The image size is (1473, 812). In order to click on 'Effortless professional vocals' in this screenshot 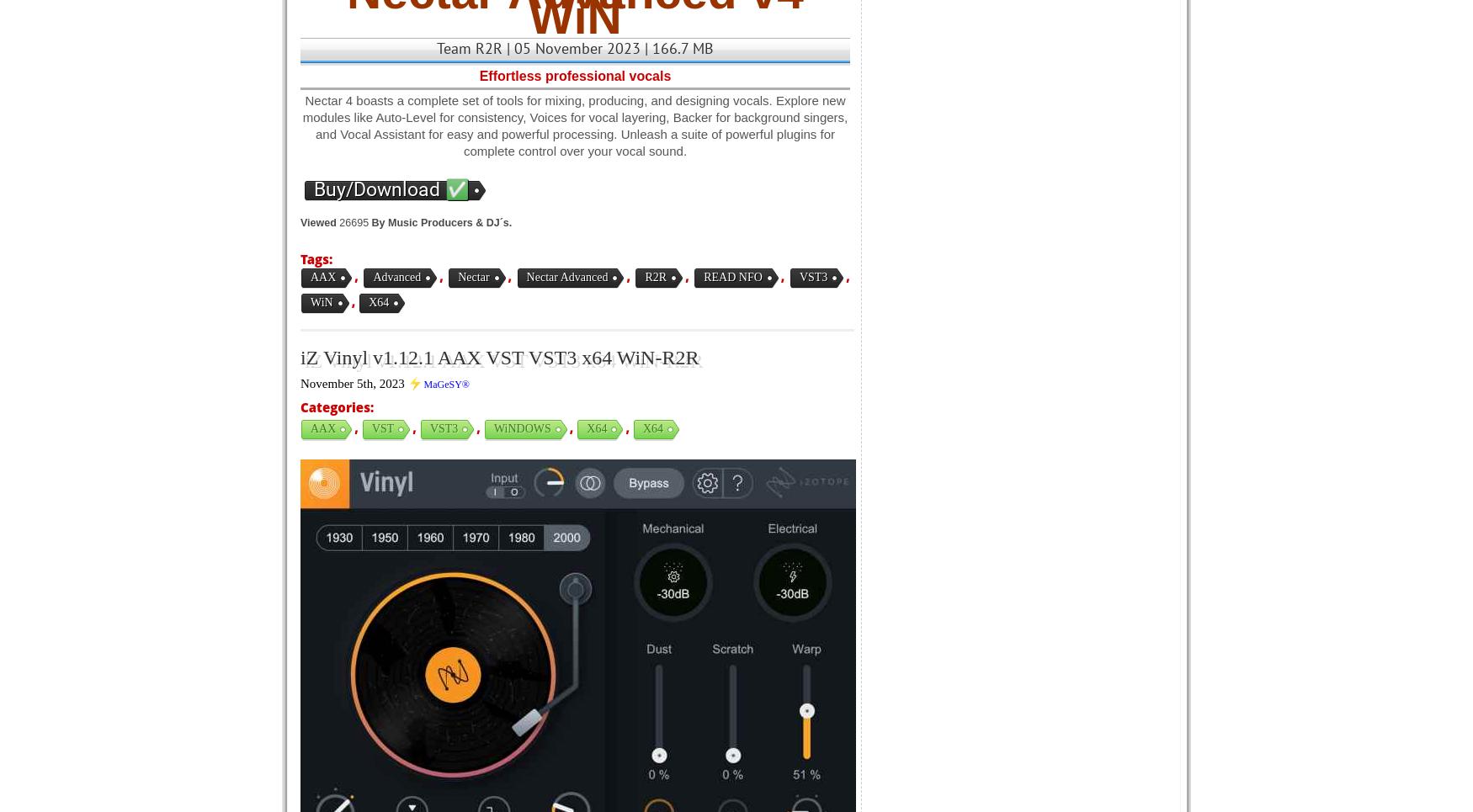, I will do `click(478, 75)`.